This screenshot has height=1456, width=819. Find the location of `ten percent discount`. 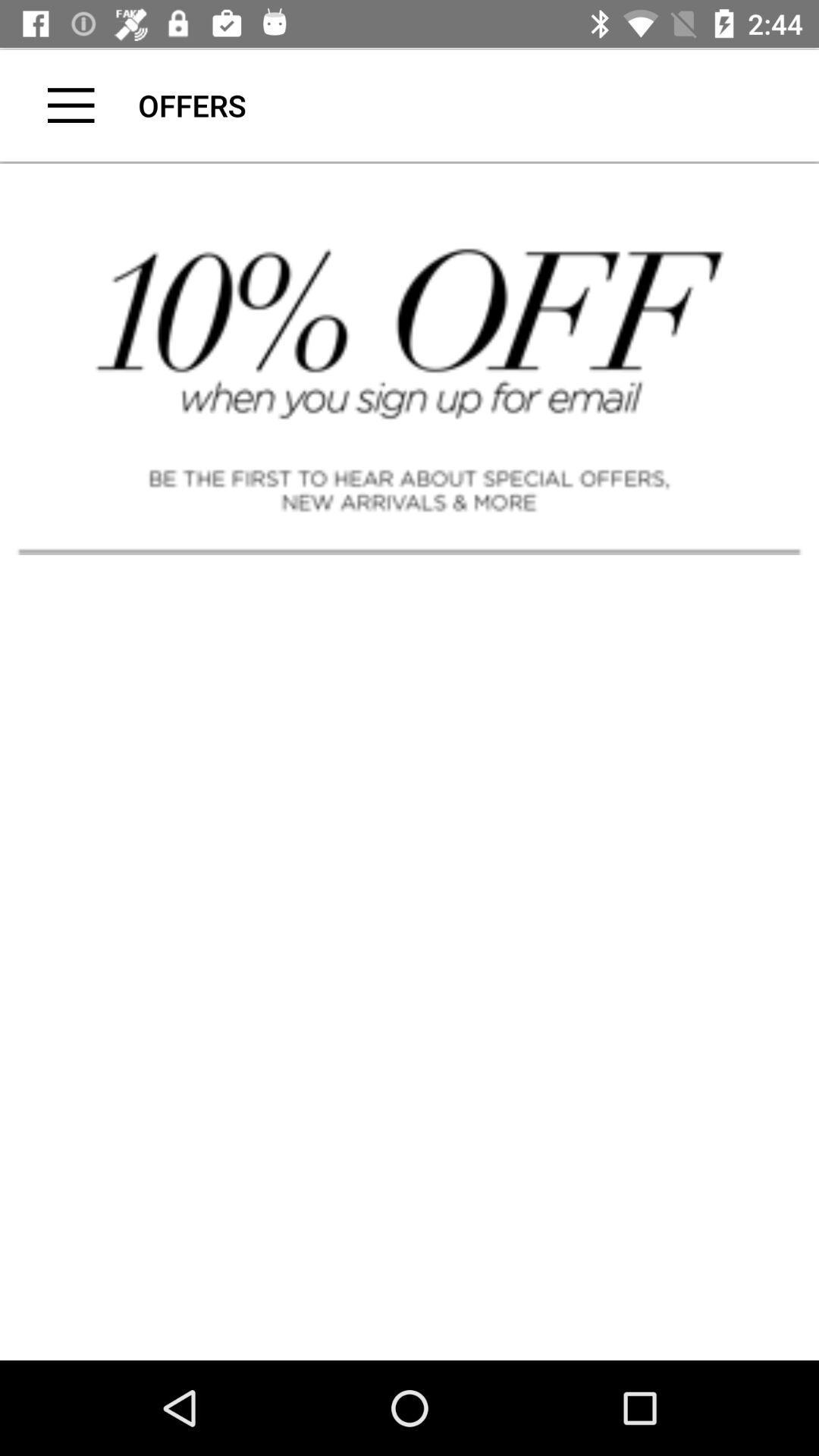

ten percent discount is located at coordinates (409, 356).